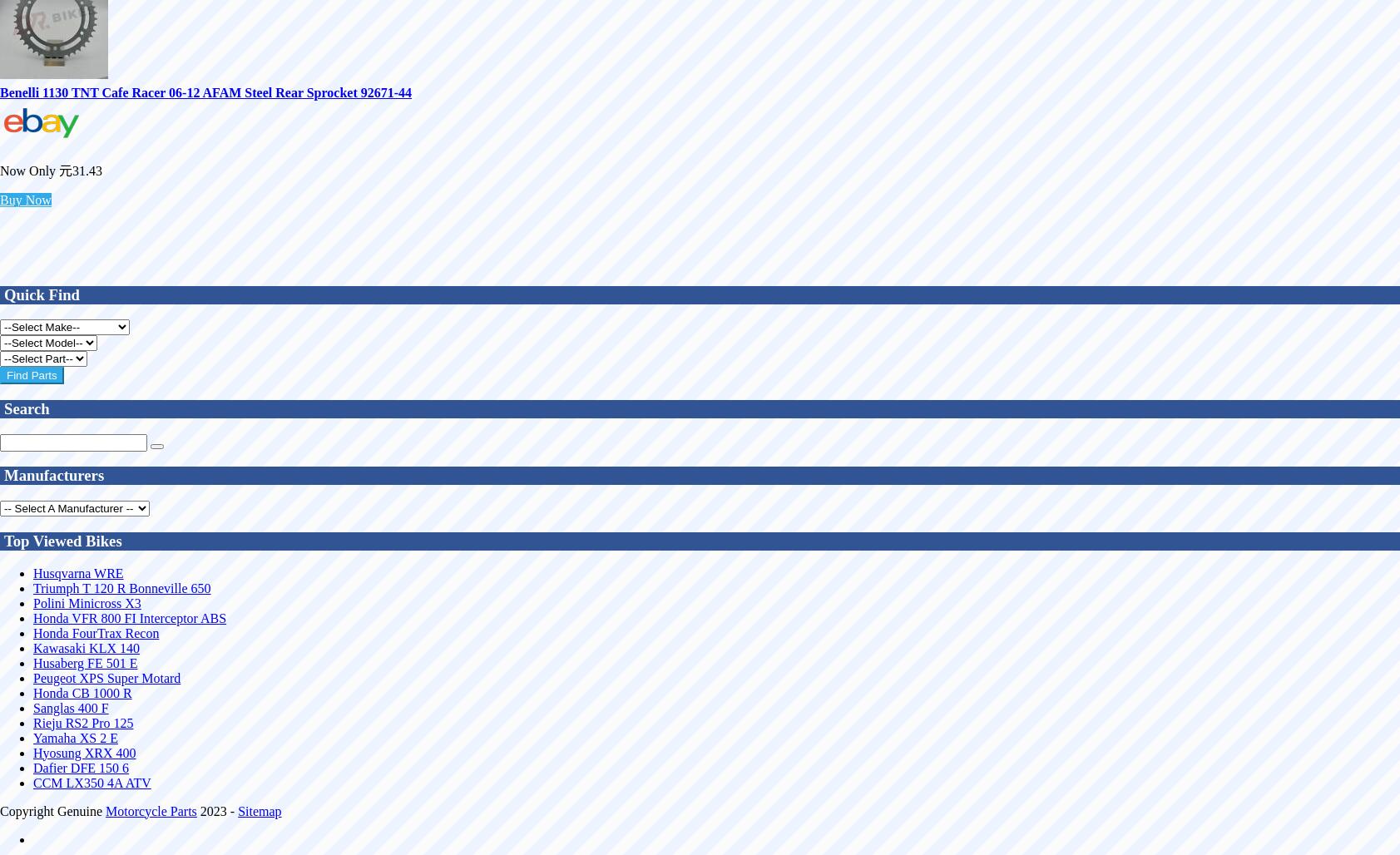  I want to click on 'Kawasaki KLX 140', so click(32, 647).